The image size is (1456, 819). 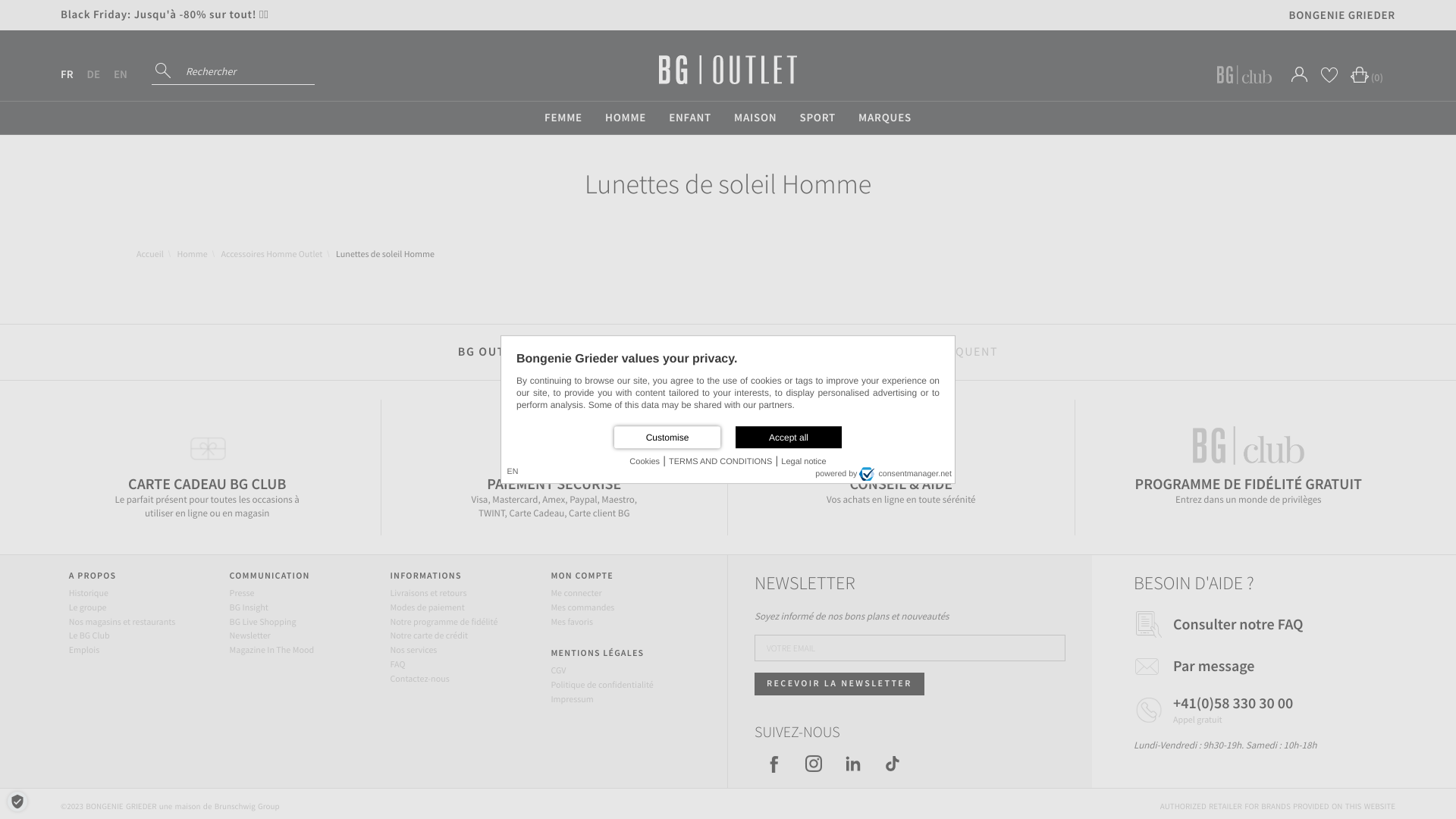 I want to click on 'FEMME', so click(x=532, y=117).